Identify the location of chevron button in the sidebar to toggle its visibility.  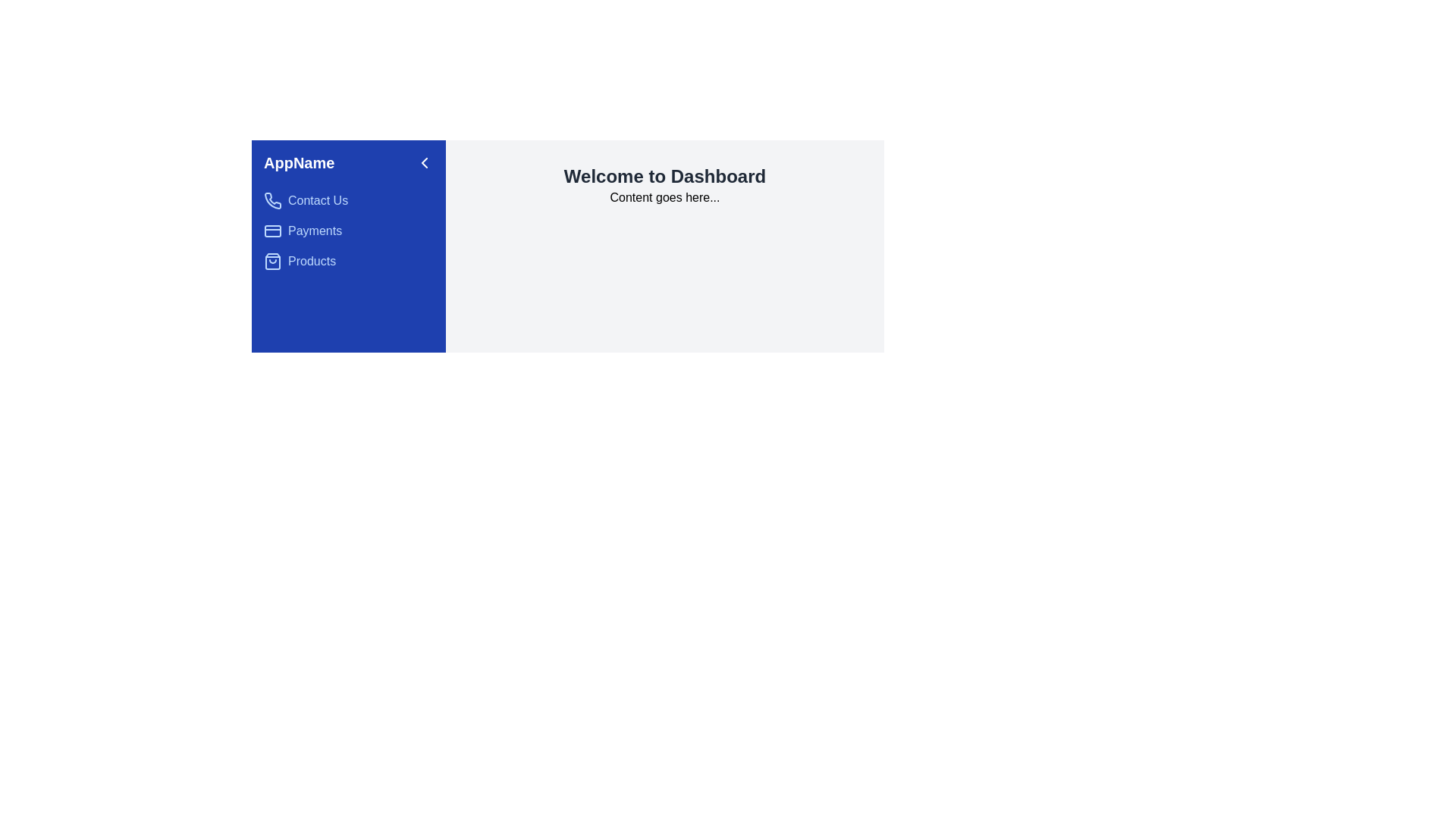
(425, 163).